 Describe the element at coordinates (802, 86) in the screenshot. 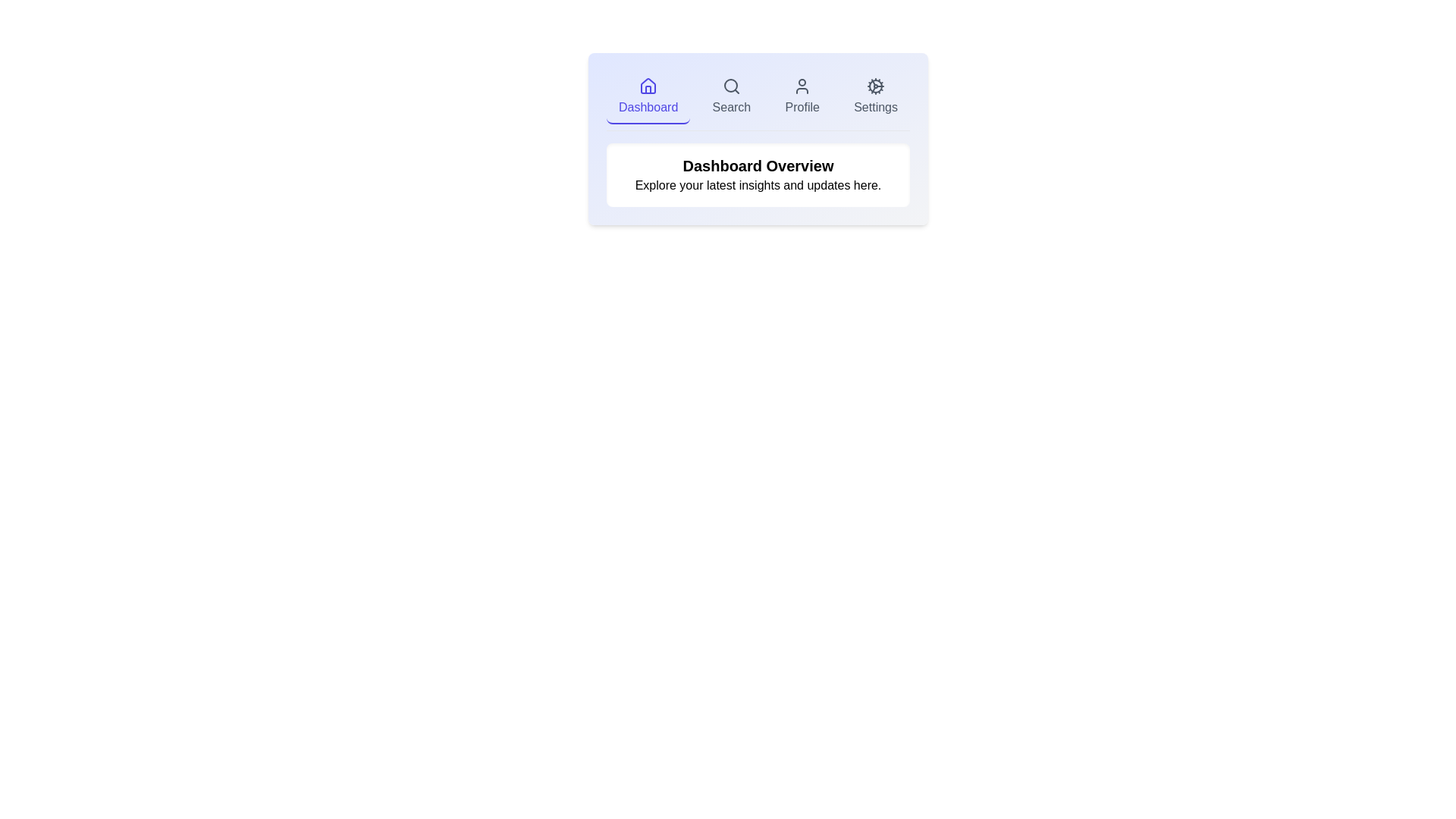

I see `the user profile indicator SVG icon located in the top section of the interface, above the 'Profile' label, for accessibility navigation` at that location.